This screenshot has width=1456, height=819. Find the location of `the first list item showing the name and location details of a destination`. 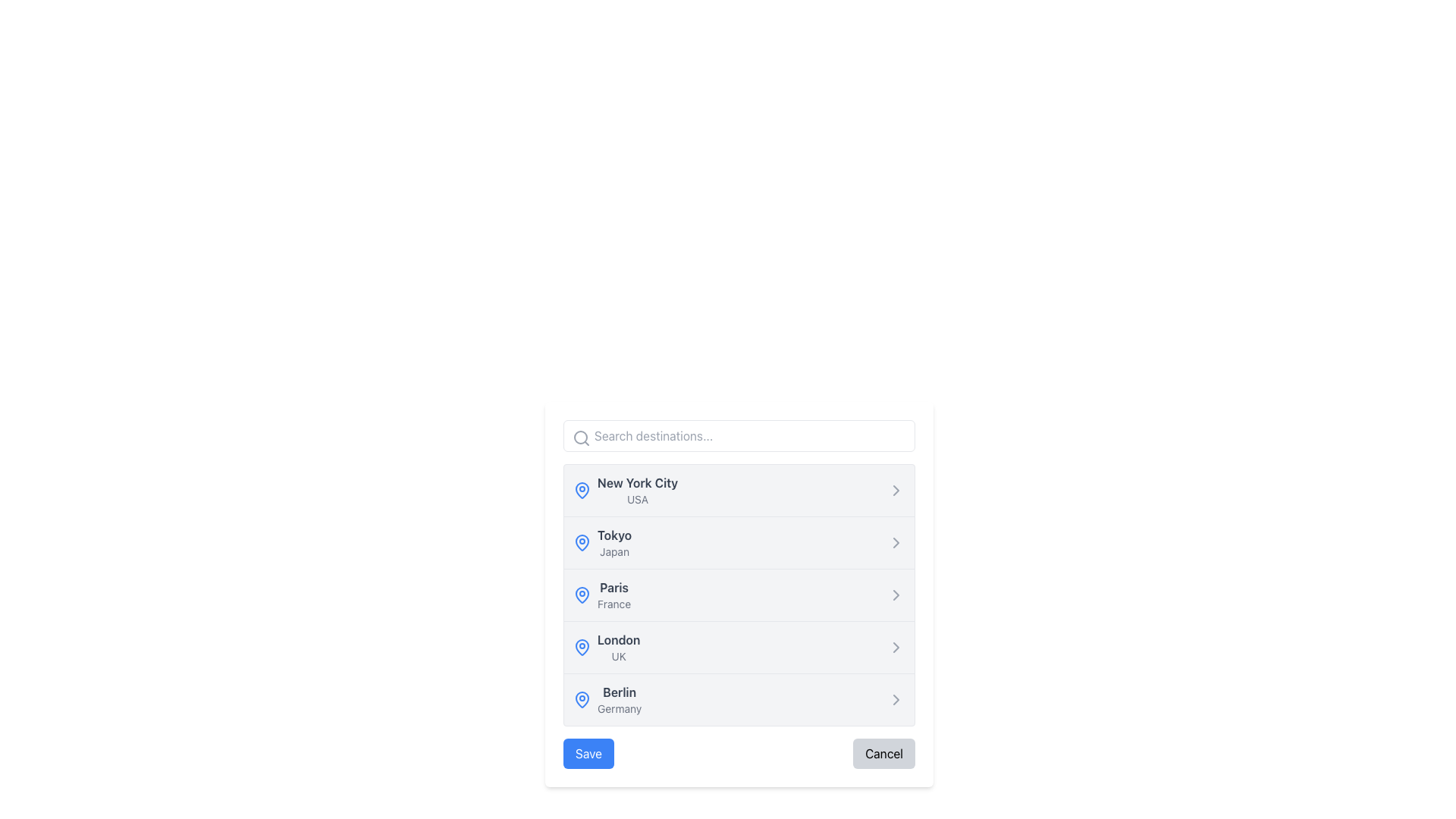

the first list item showing the name and location details of a destination is located at coordinates (638, 491).